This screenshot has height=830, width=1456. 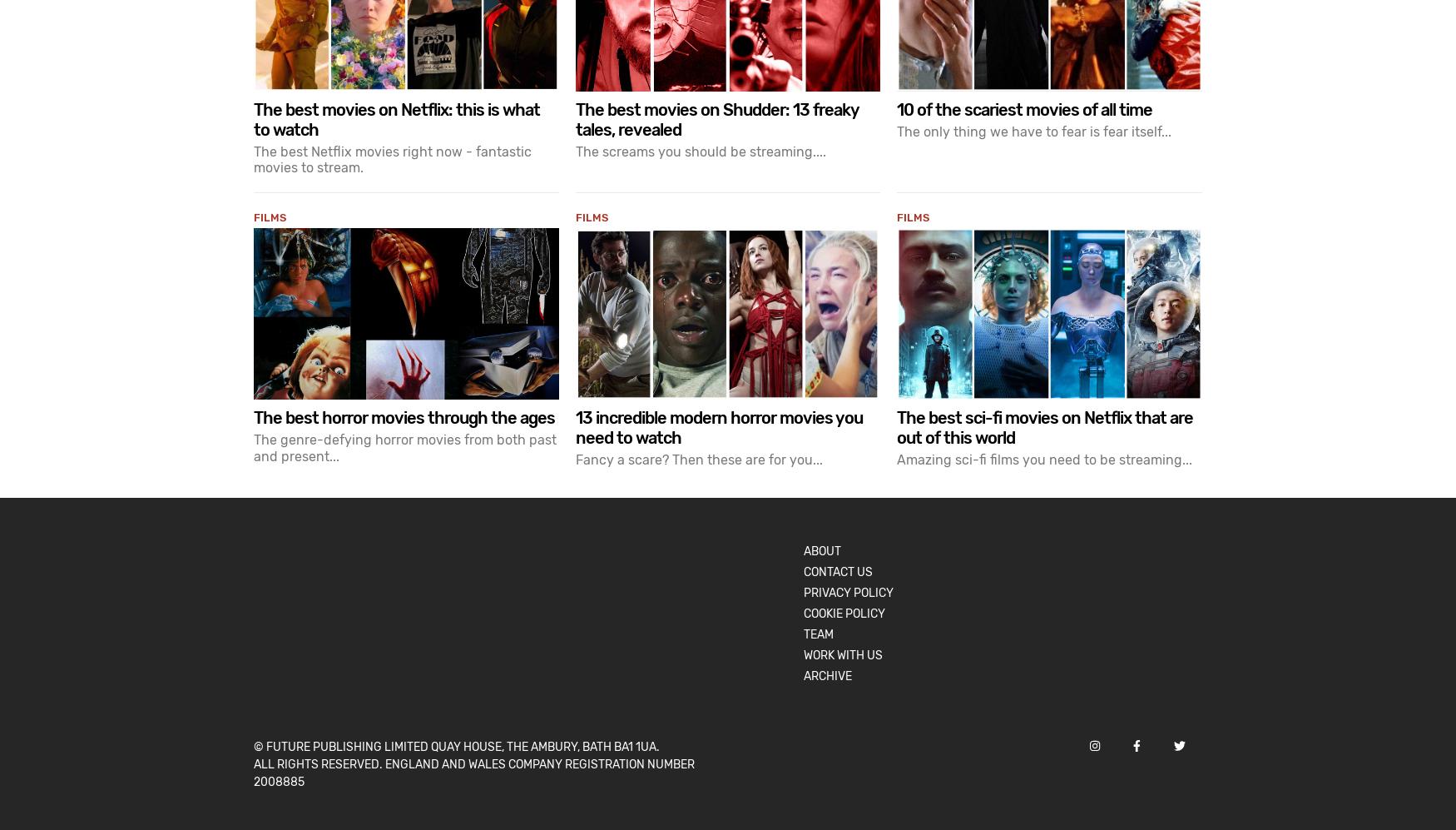 What do you see at coordinates (253, 446) in the screenshot?
I see `'The genre-defying horror movies from both past and present...'` at bounding box center [253, 446].